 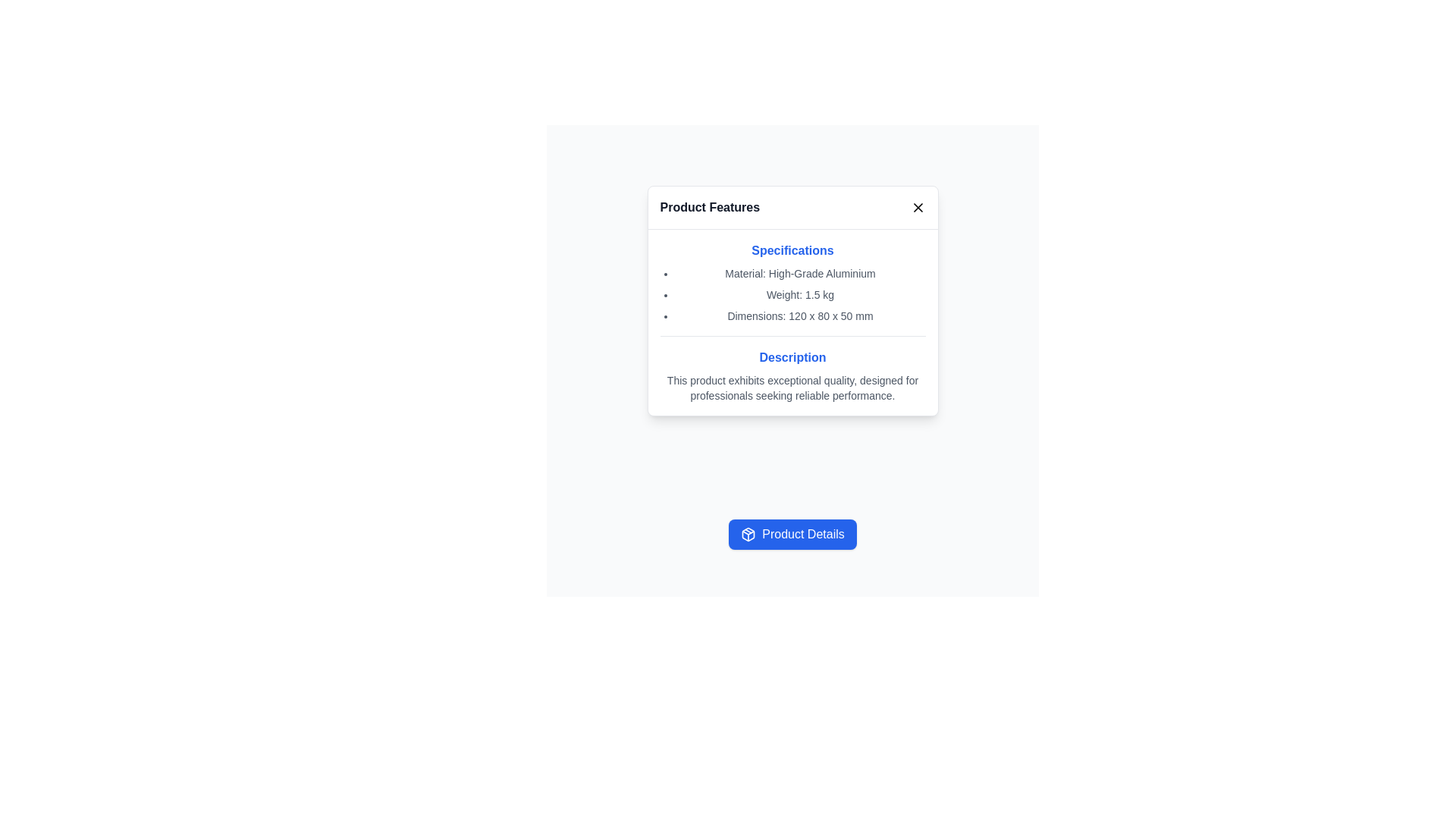 I want to click on the Informational Text Block labeled 'Specifications' which displays product details in a bold blue font at the top and smaller gray font bullet points below, so click(x=792, y=289).